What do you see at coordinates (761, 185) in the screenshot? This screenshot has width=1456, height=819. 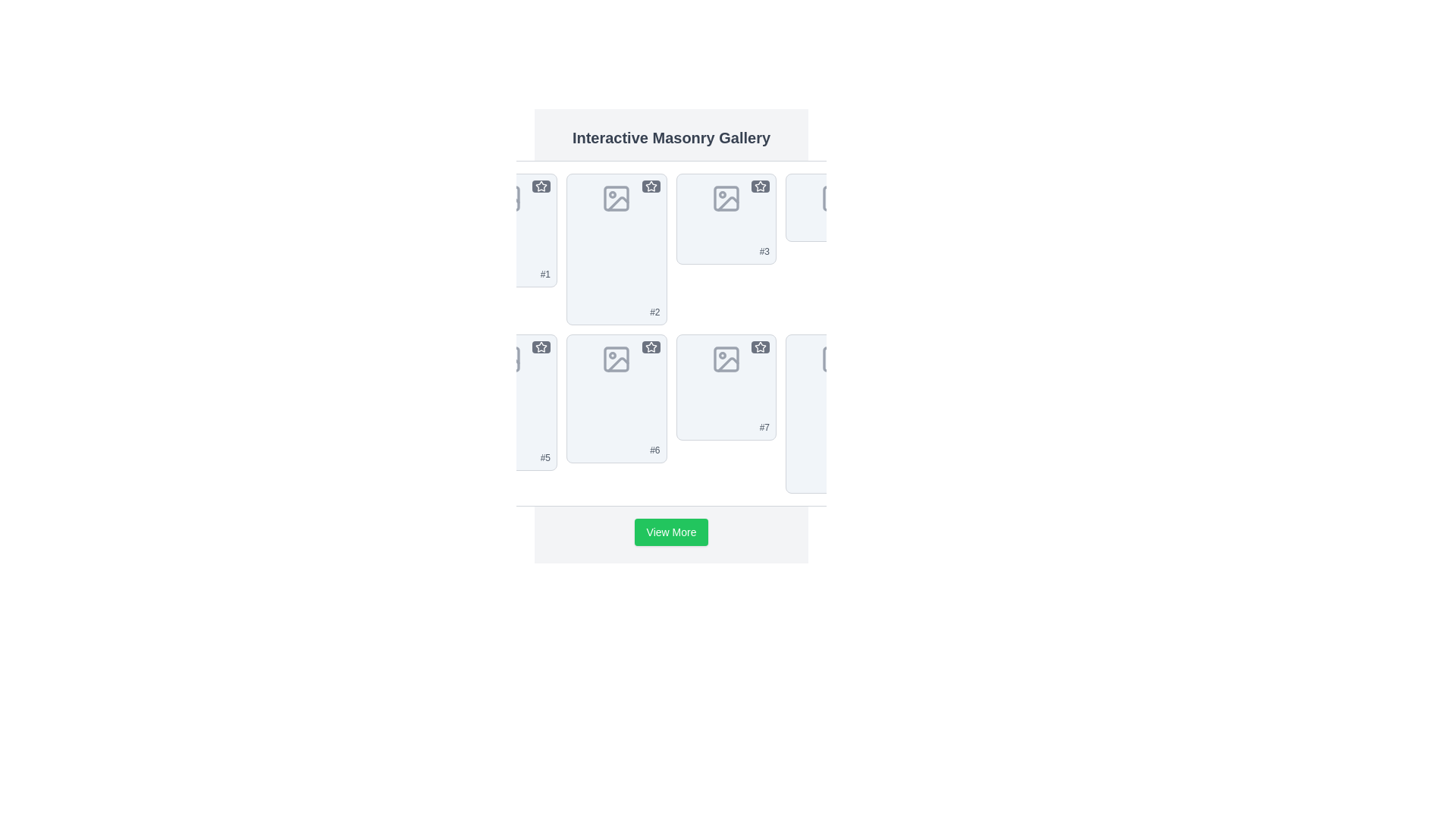 I see `the star-shaped icon located in the top right corner of the third item in a grid layout, which has a distinctive design with five pointed tips and a hollow center` at bounding box center [761, 185].